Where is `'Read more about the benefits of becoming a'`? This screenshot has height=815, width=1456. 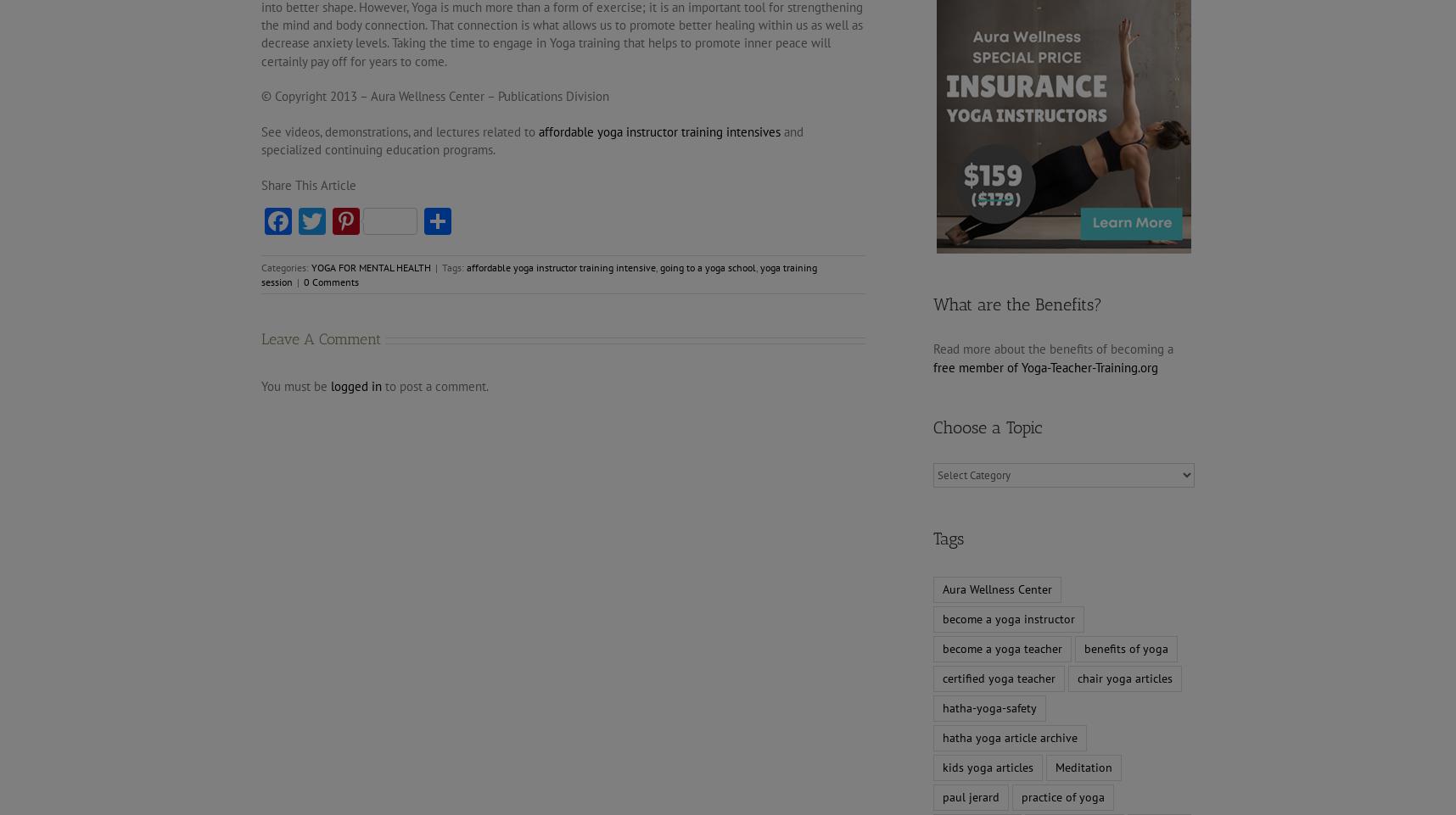 'Read more about the benefits of becoming a' is located at coordinates (932, 349).